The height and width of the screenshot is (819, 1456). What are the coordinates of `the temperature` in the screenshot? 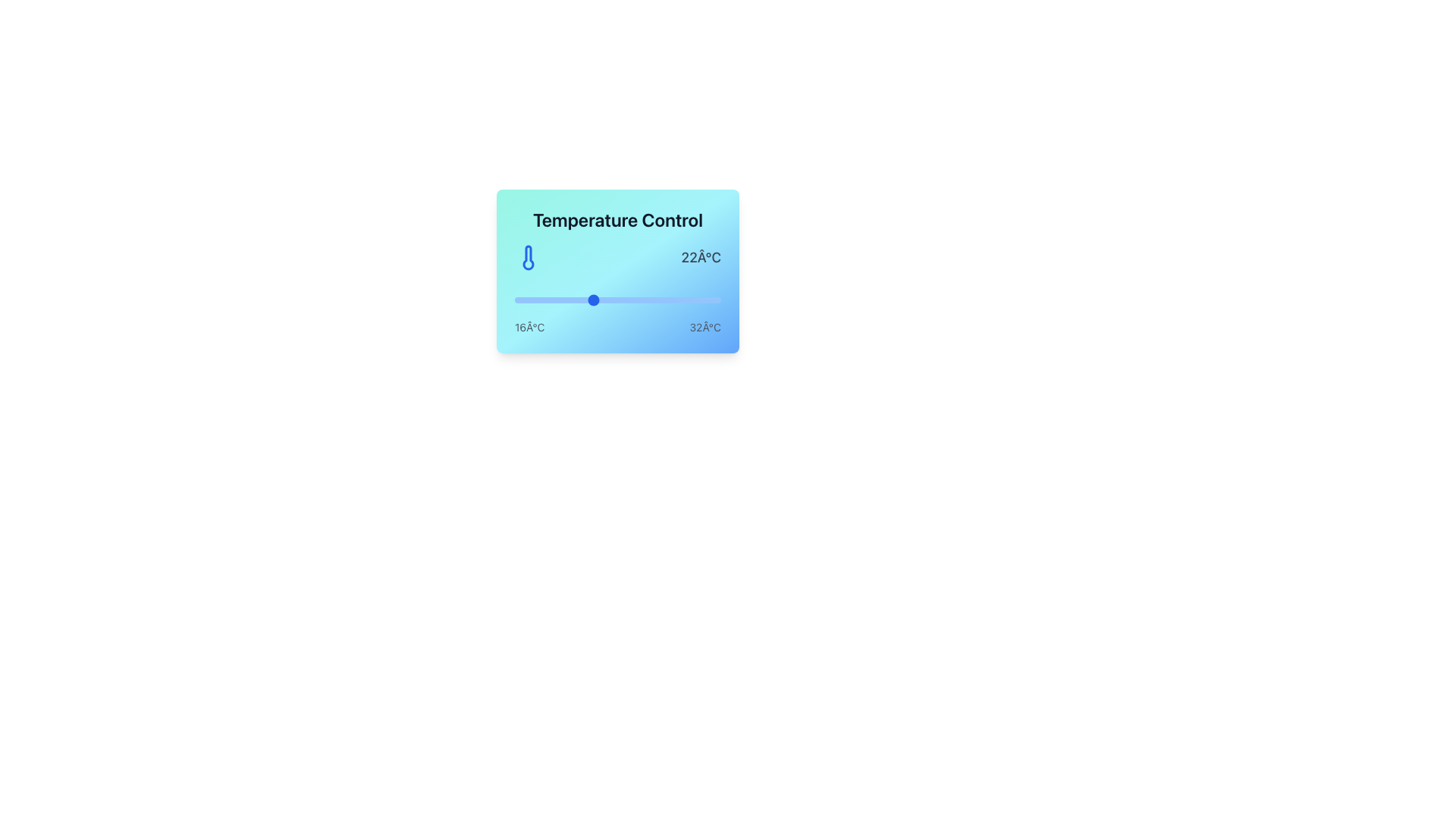 It's located at (630, 300).